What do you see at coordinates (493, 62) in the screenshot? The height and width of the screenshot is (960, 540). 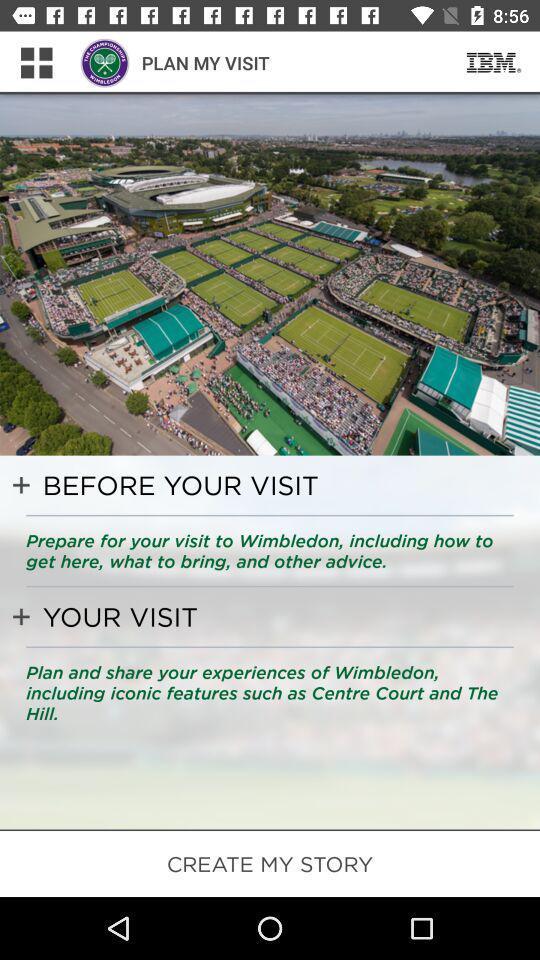 I see `the date_range icon` at bounding box center [493, 62].